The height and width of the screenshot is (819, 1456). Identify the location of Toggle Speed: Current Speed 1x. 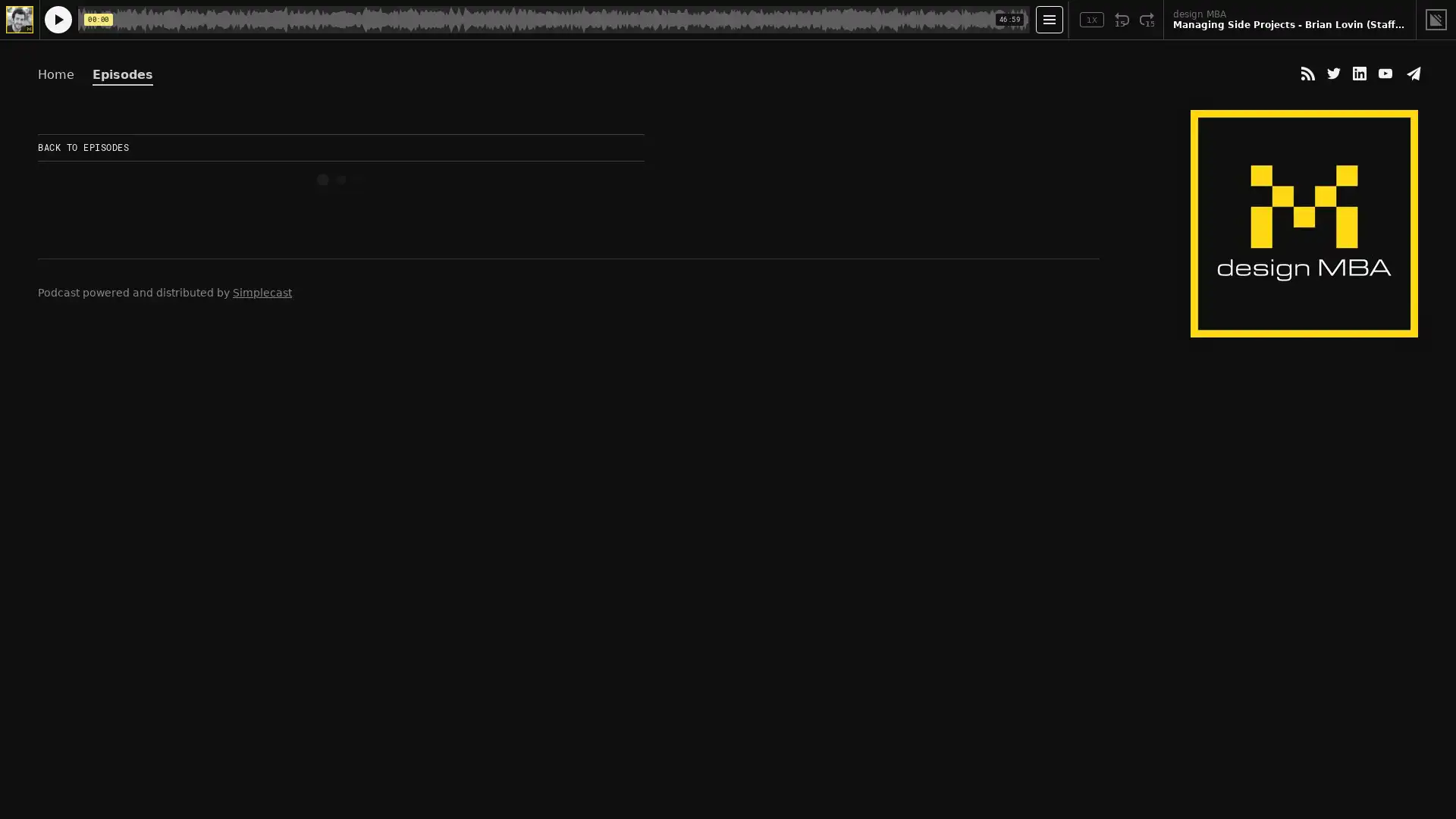
(1092, 20).